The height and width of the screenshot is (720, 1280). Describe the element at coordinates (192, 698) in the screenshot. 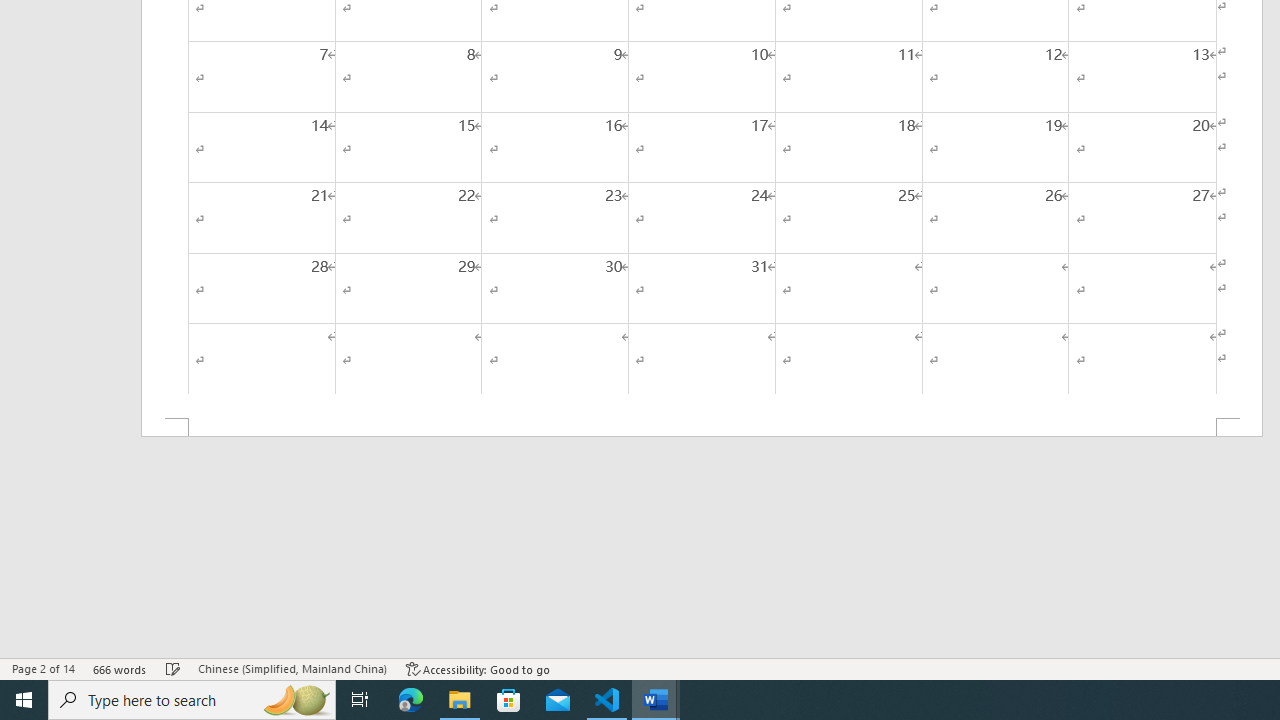

I see `'Type here to search'` at that location.